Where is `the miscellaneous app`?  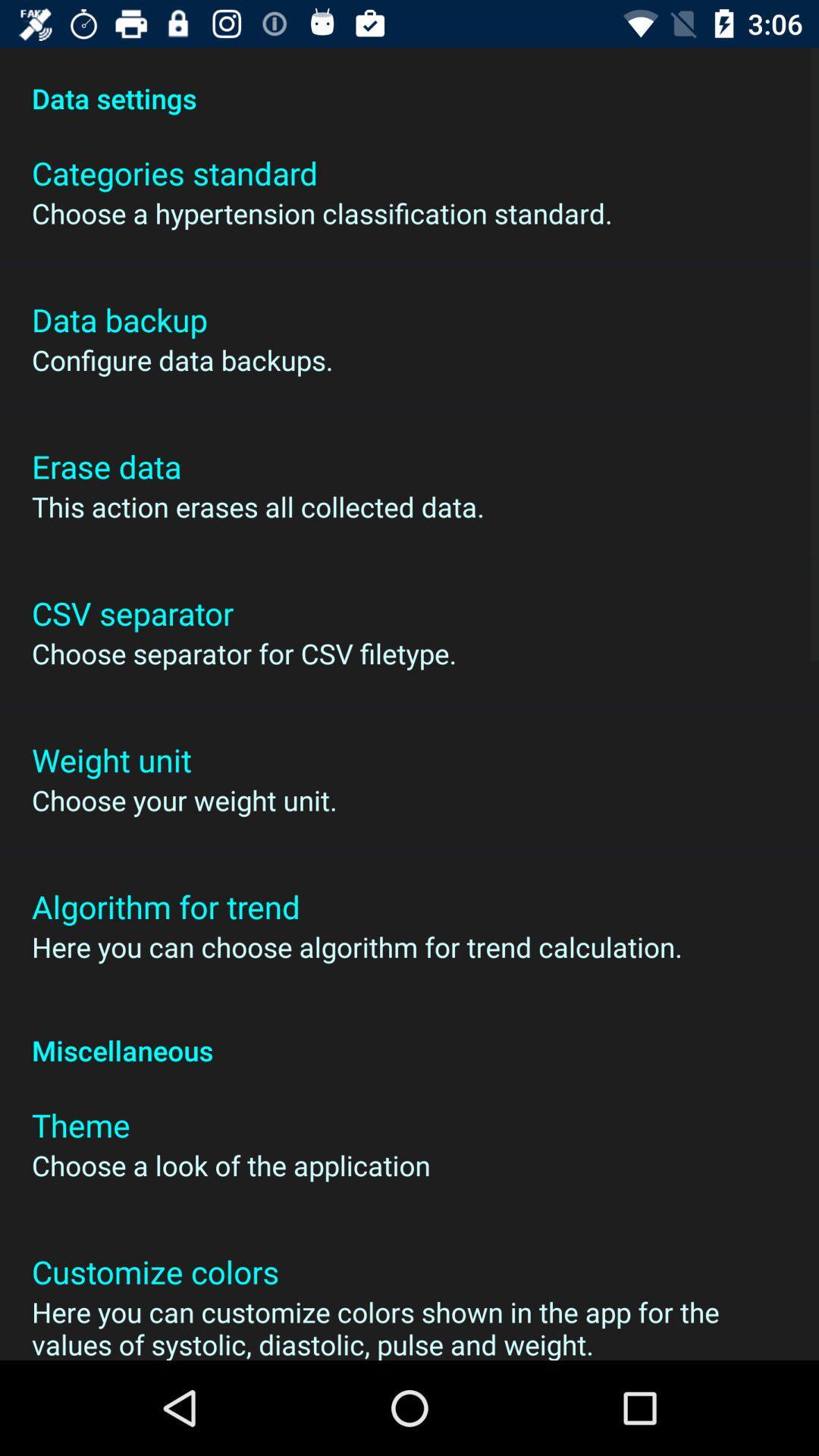 the miscellaneous app is located at coordinates (409, 1034).